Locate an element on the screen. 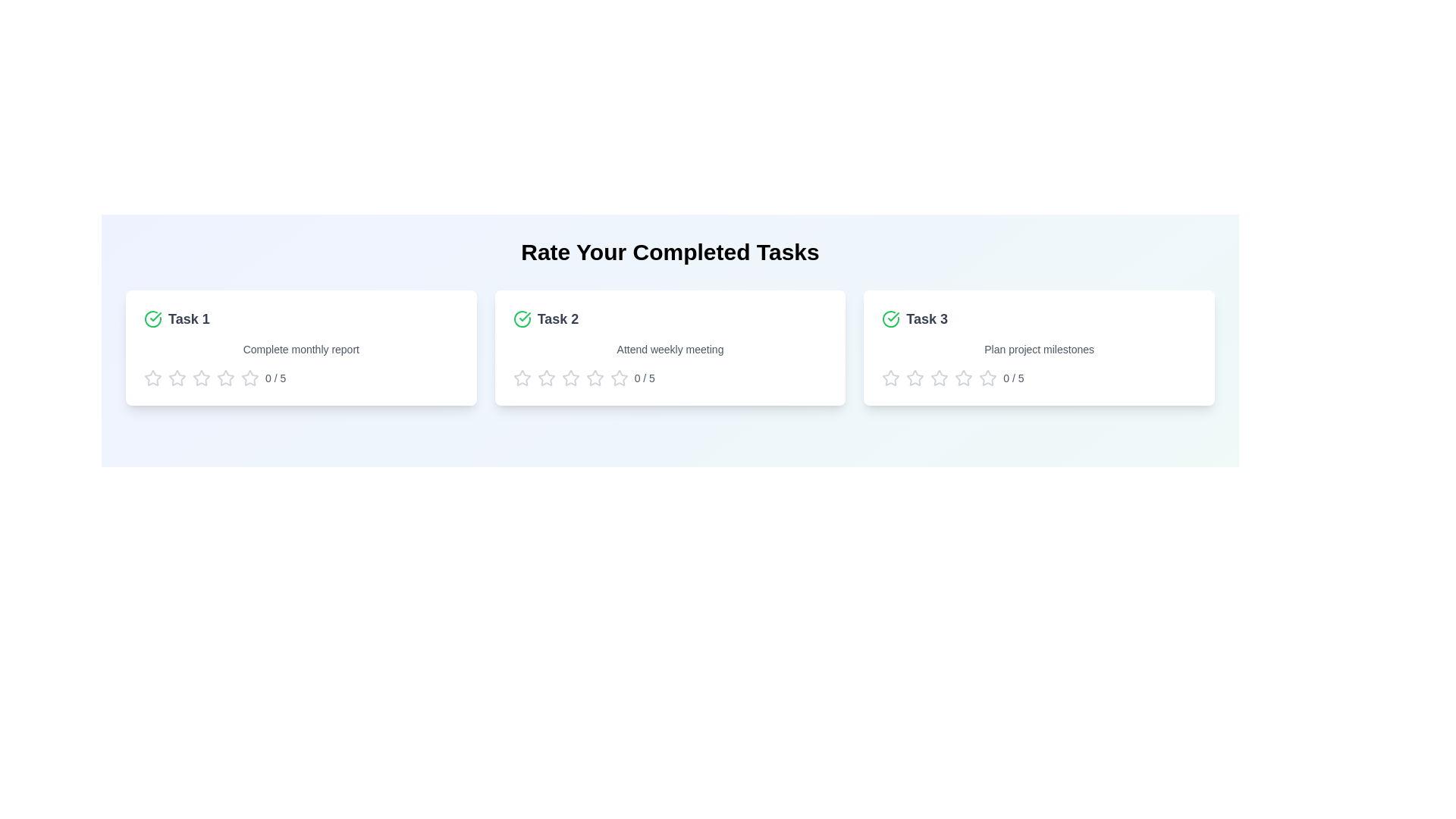 This screenshot has width=1456, height=819. the task card for Task 3 is located at coordinates (1037, 348).